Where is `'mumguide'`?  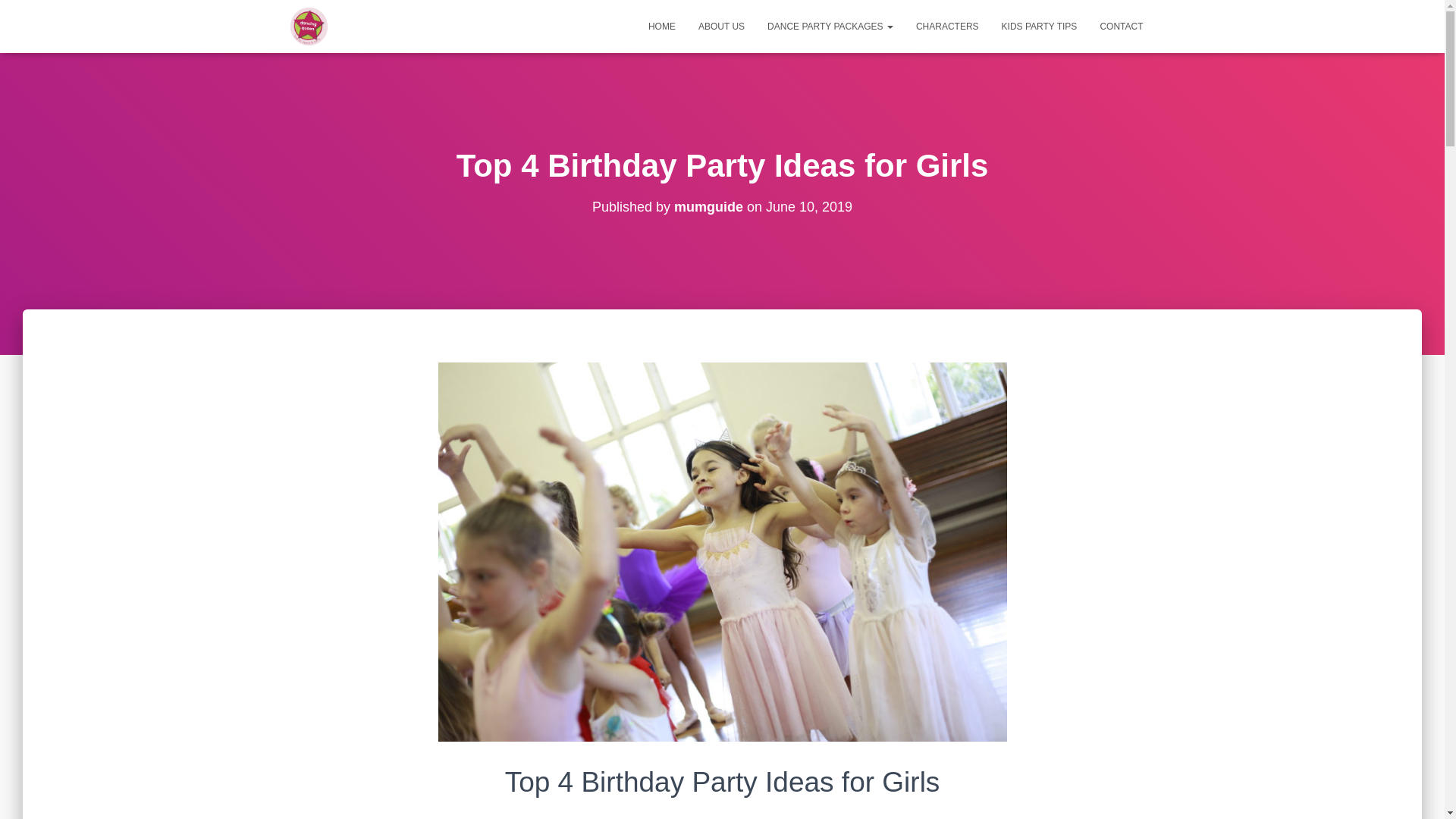
'mumguide' is located at coordinates (673, 207).